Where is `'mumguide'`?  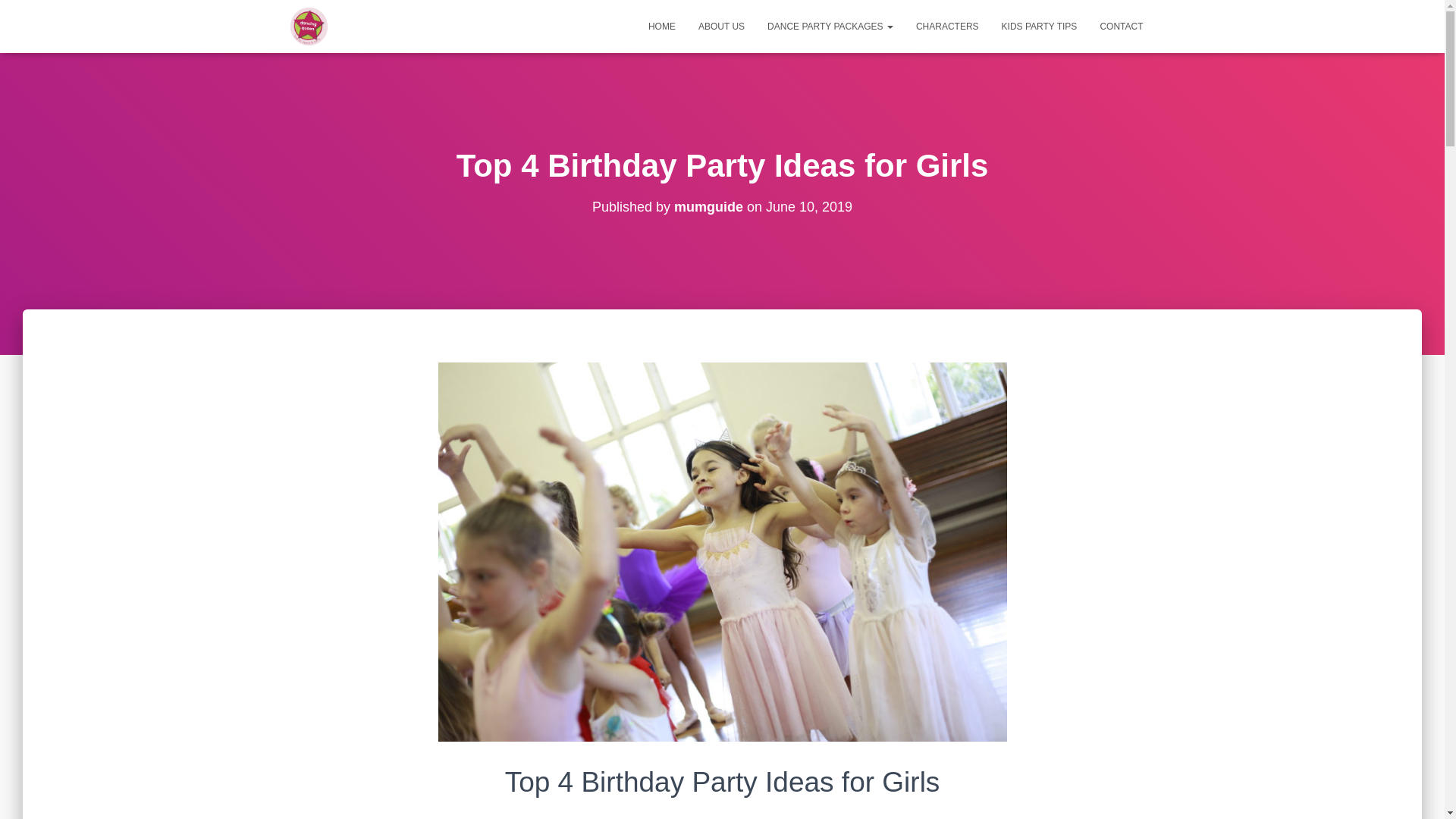
'mumguide' is located at coordinates (673, 207).